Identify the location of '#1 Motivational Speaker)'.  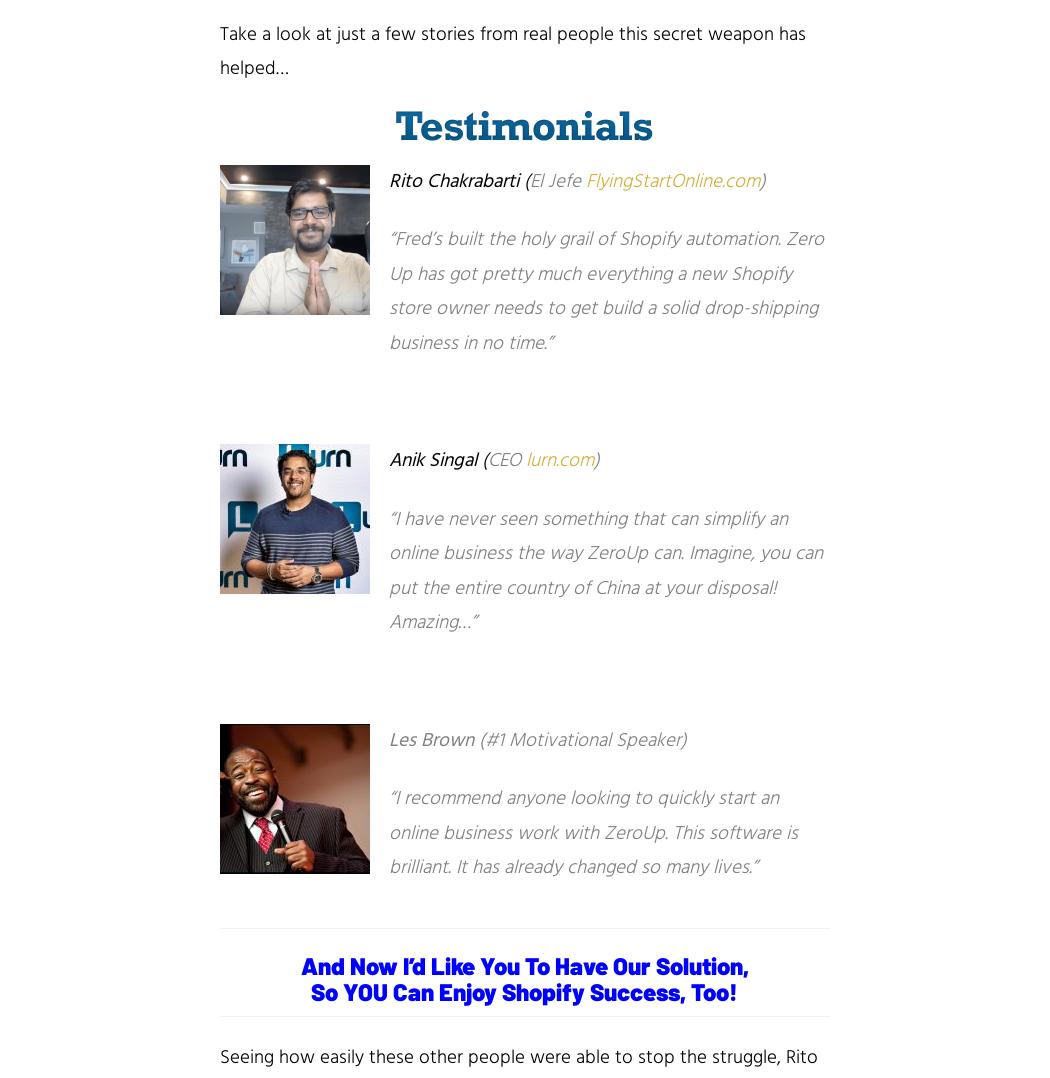
(585, 740).